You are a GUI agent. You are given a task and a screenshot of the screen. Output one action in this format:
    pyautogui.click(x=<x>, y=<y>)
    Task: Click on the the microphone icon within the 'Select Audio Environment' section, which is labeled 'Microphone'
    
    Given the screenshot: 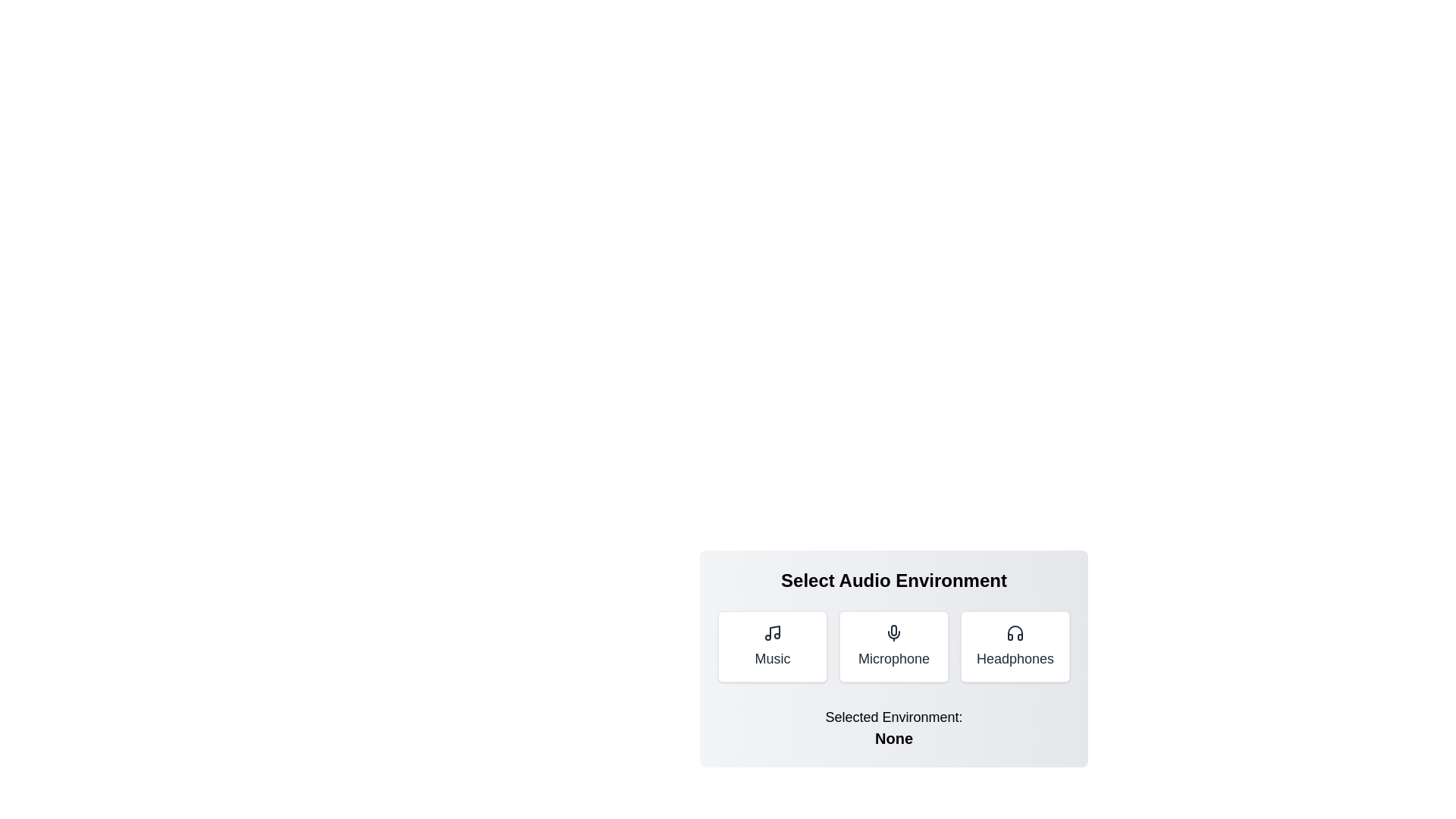 What is the action you would take?
    pyautogui.click(x=894, y=632)
    